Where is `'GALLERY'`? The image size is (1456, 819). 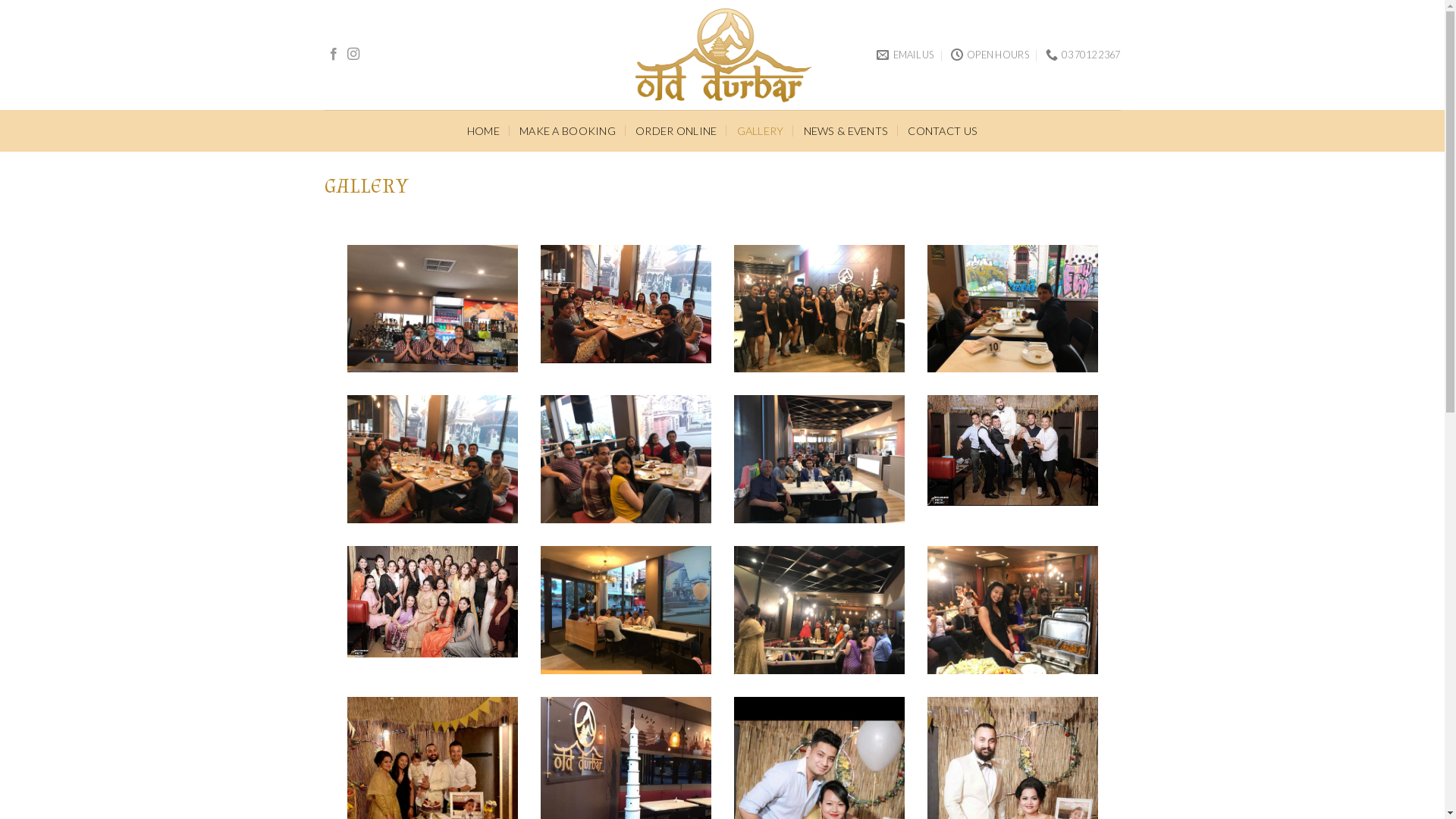 'GALLERY' is located at coordinates (761, 130).